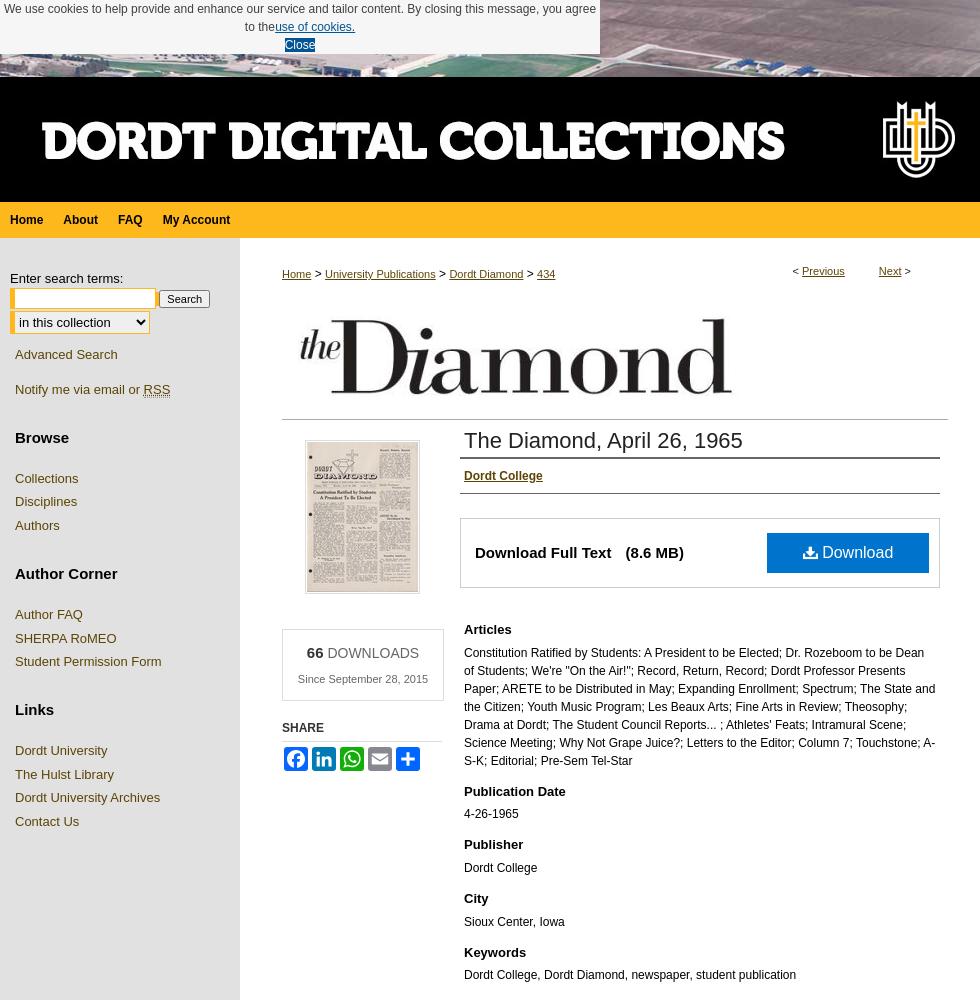 This screenshot has width=980, height=1000. Describe the element at coordinates (65, 571) in the screenshot. I see `'Author Corner'` at that location.